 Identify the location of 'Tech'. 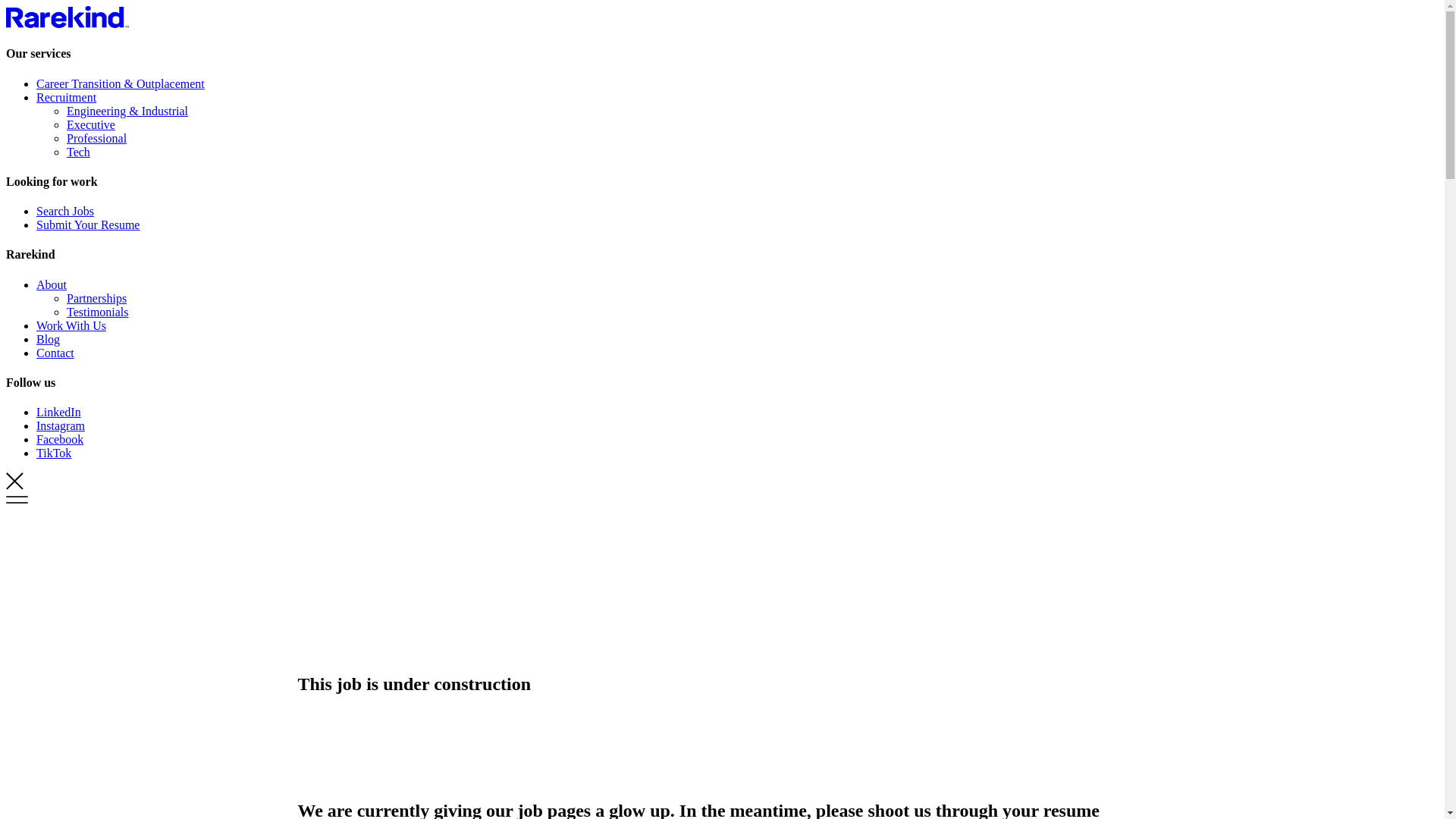
(77, 152).